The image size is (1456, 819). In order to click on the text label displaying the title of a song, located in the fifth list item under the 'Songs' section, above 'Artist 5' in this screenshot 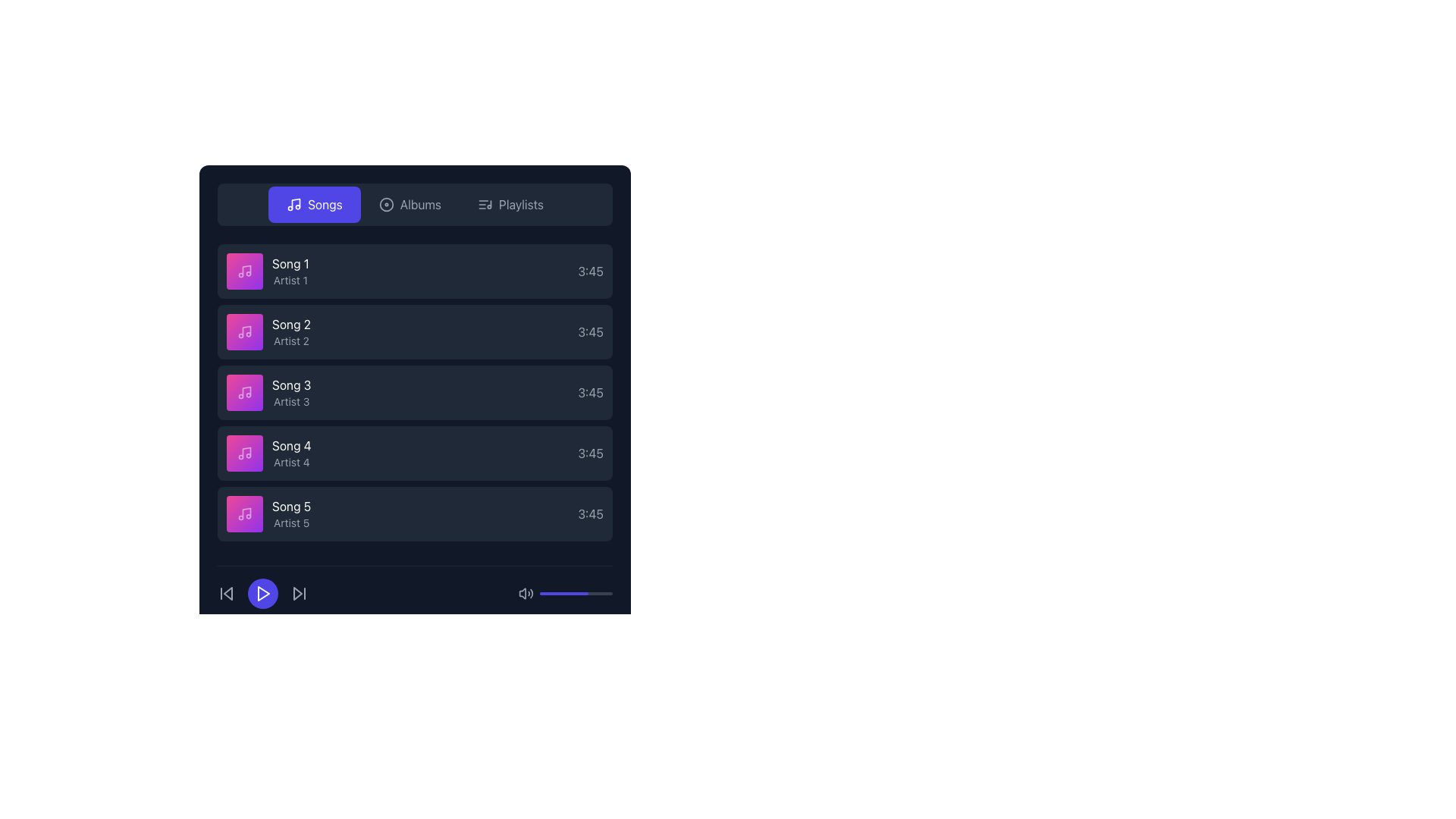, I will do `click(291, 506)`.